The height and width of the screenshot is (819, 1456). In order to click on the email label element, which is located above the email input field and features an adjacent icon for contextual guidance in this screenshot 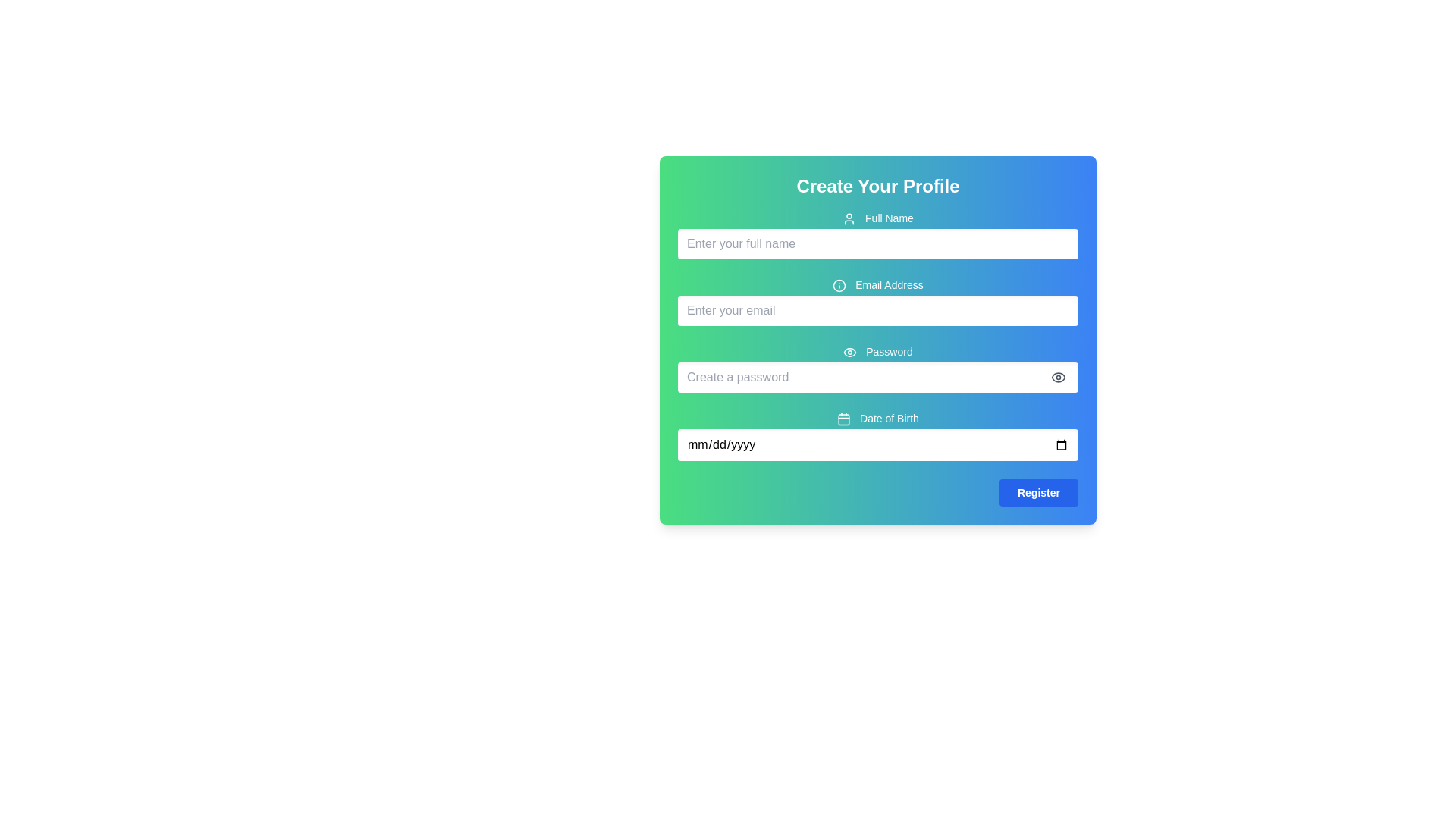, I will do `click(877, 284)`.